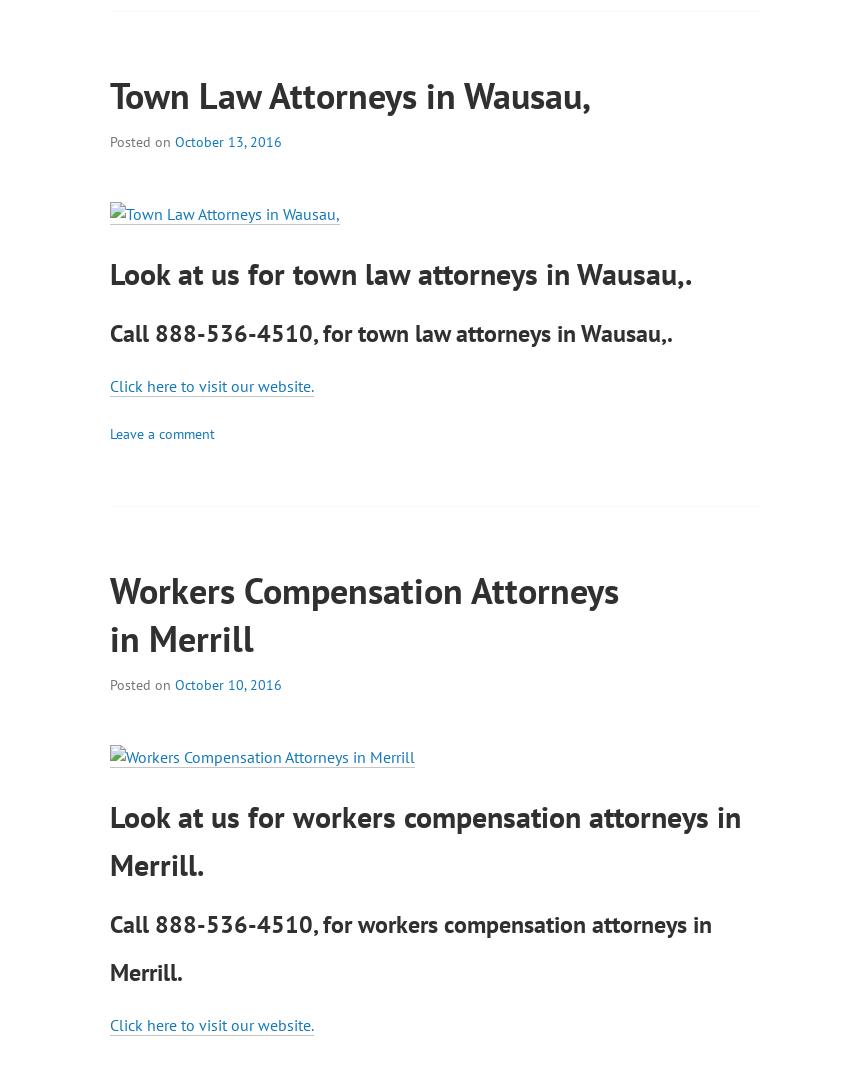 This screenshot has width=868, height=1065. I want to click on 'Call 888-536-4510, for town law attorneys in Wausau,.', so click(391, 331).